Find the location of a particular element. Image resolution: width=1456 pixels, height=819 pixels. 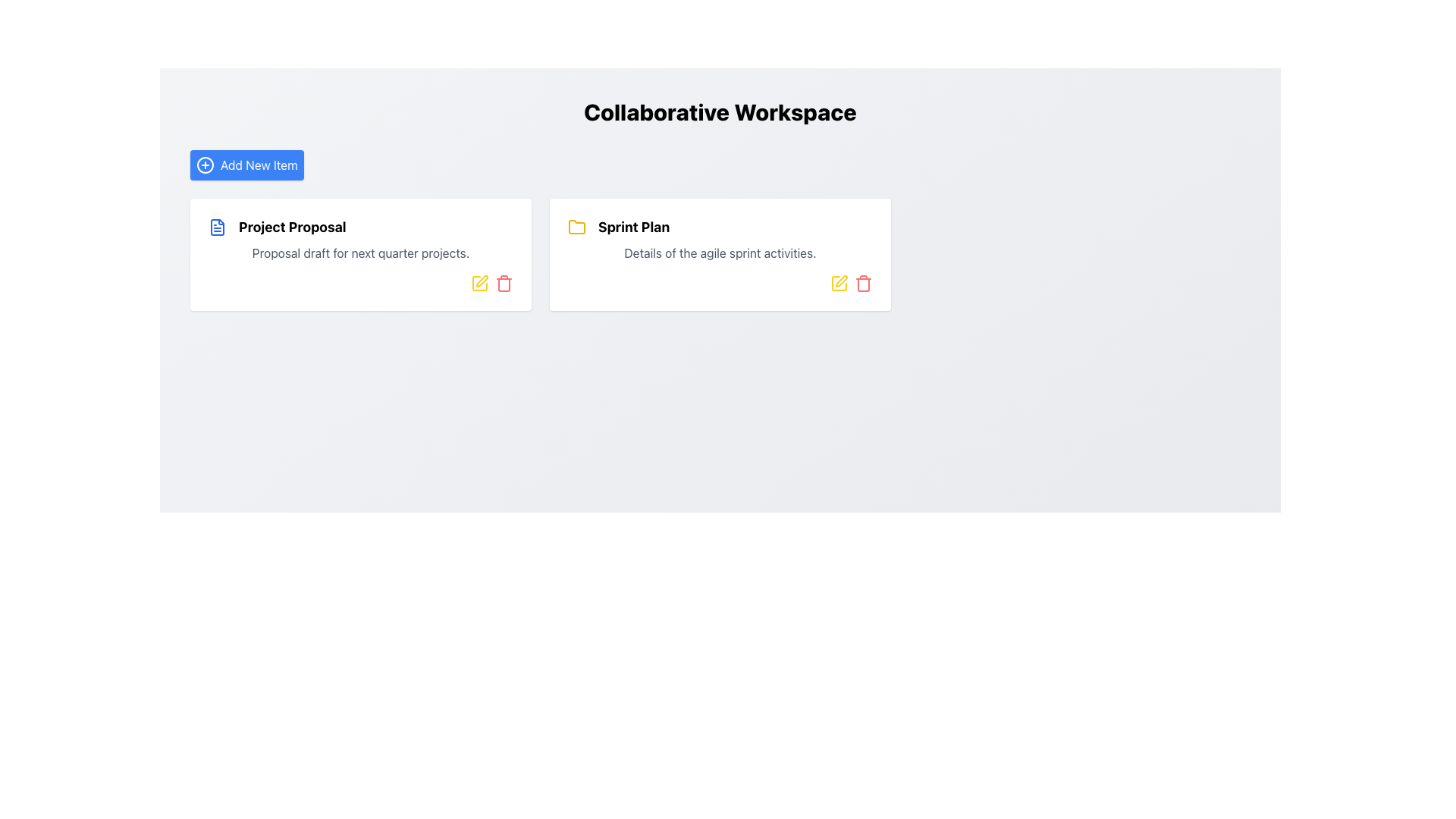

the blue rectangular button labeled 'Add New Item' is located at coordinates (246, 165).